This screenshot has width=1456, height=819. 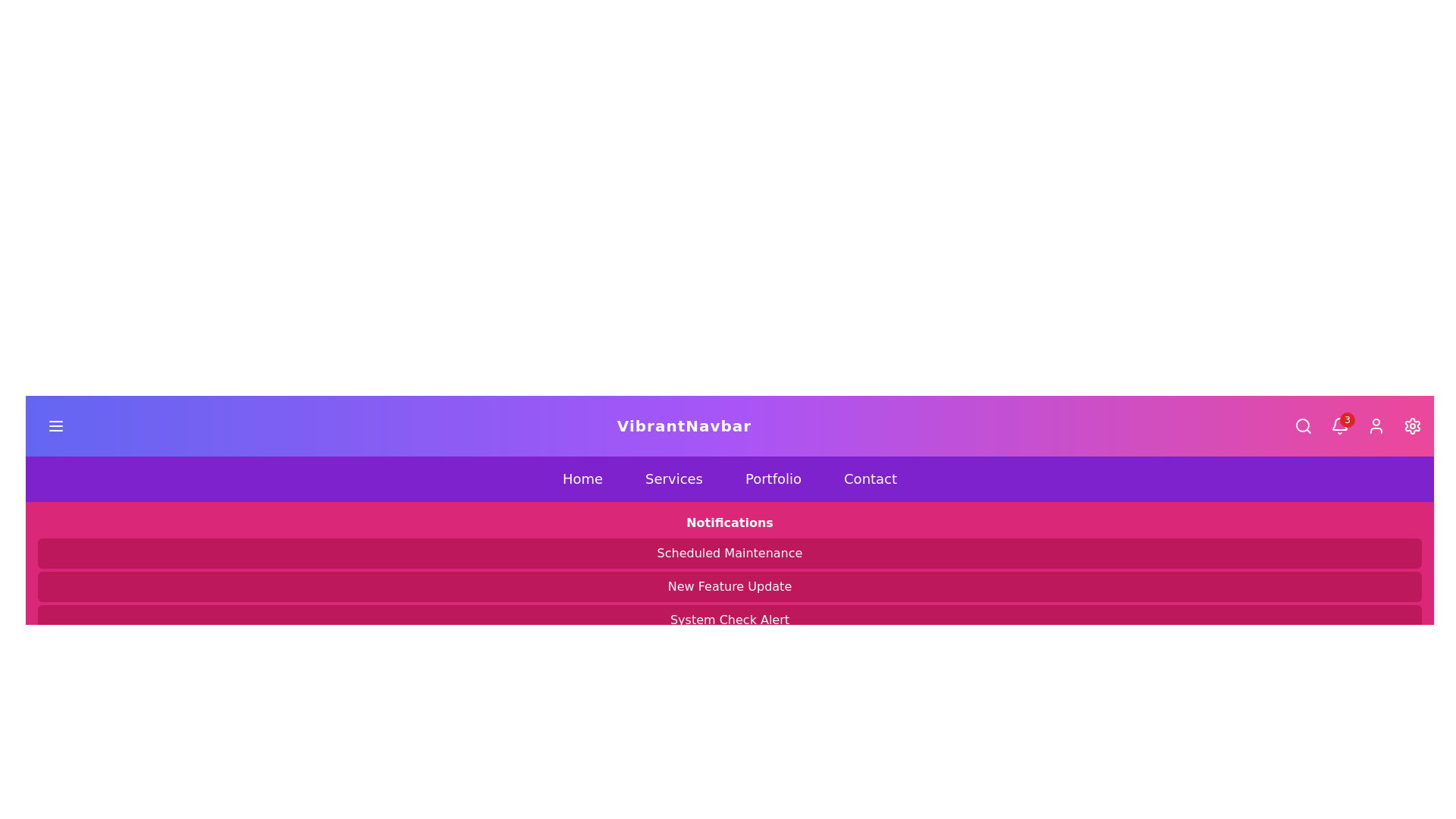 What do you see at coordinates (55, 426) in the screenshot?
I see `the hamburger icon button, which is a three-line horizontal icon with a gradient background from purple to blue, located in the header near the top-left corner of the page` at bounding box center [55, 426].